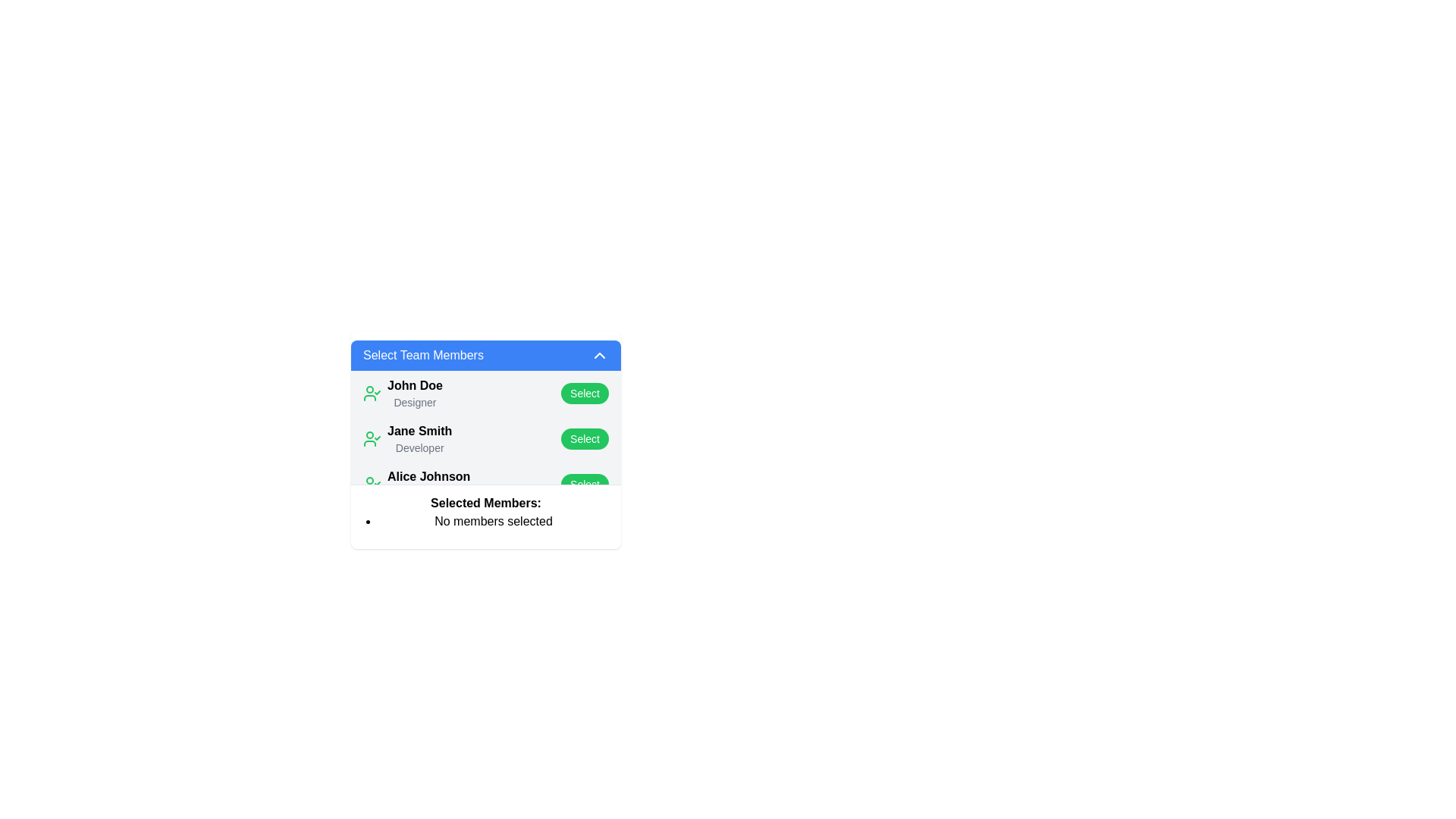  What do you see at coordinates (415, 393) in the screenshot?
I see `the content of the Text Label displaying 'John Doe' and 'Designer', which is the first entry in the 'Select Team Members' list, located near the top of the interface` at bounding box center [415, 393].